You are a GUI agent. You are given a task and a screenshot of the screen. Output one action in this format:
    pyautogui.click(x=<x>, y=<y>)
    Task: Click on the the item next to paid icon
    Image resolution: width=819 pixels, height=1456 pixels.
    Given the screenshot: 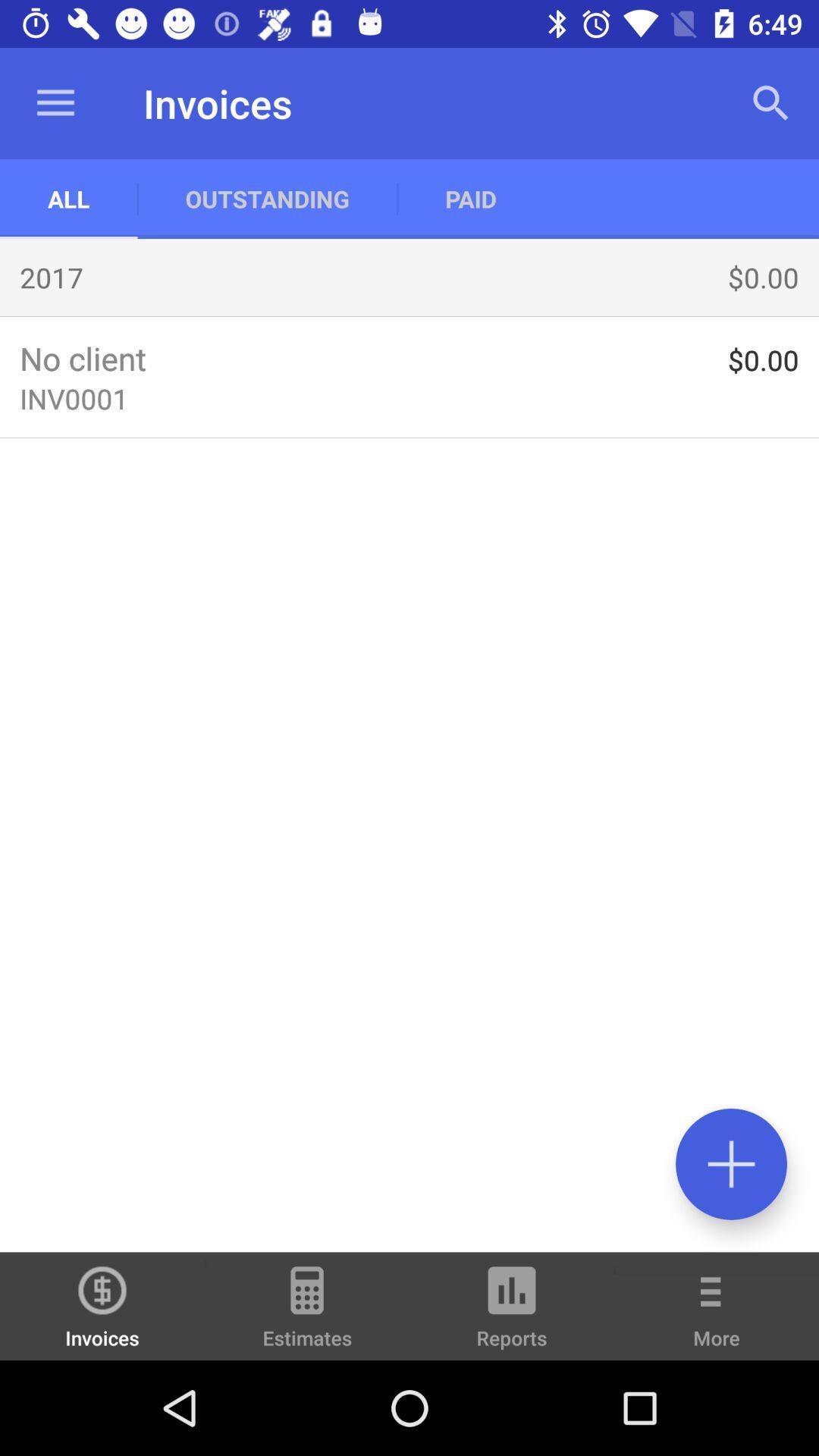 What is the action you would take?
    pyautogui.click(x=771, y=102)
    